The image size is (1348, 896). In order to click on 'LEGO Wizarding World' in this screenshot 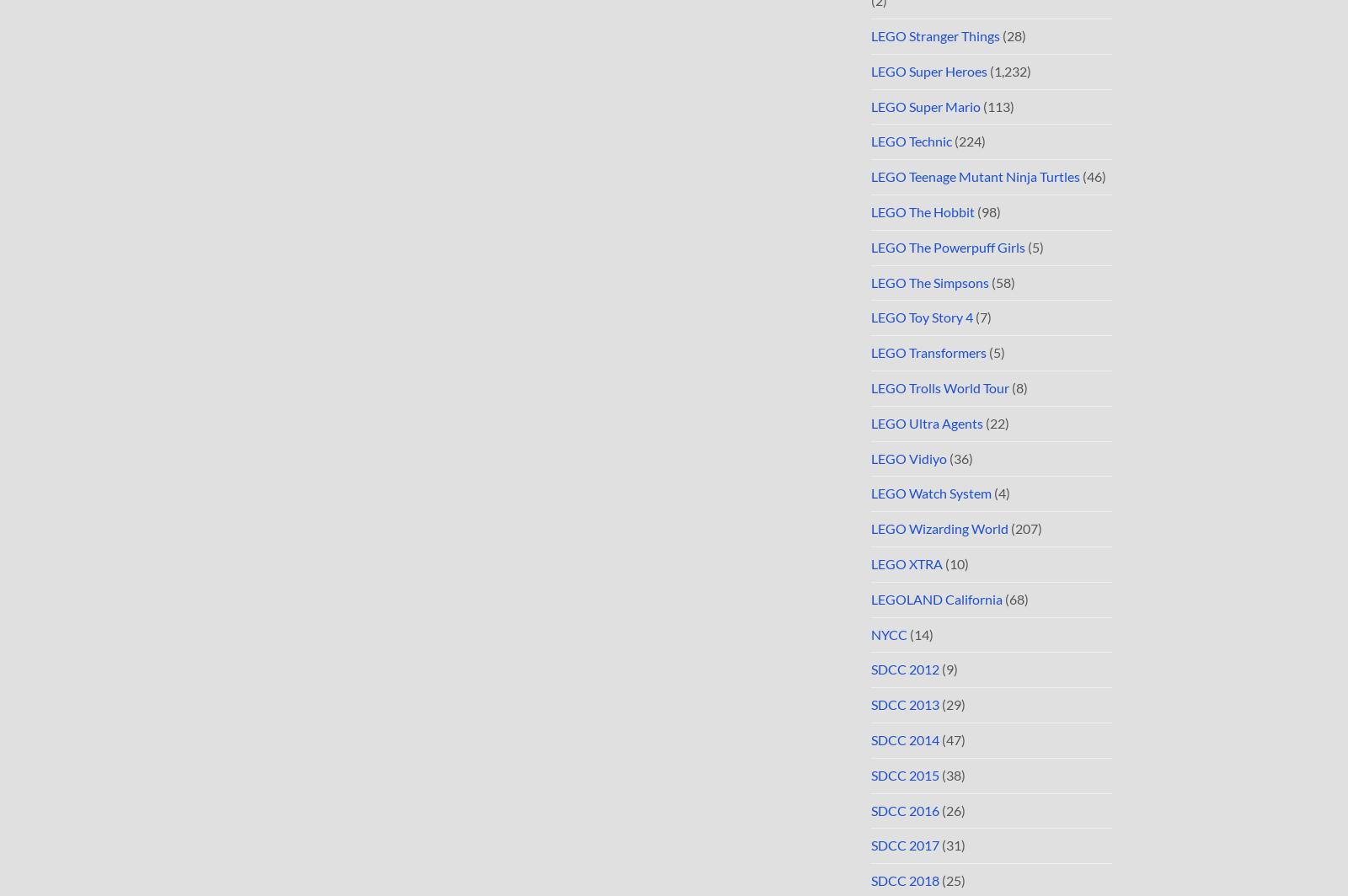, I will do `click(939, 528)`.